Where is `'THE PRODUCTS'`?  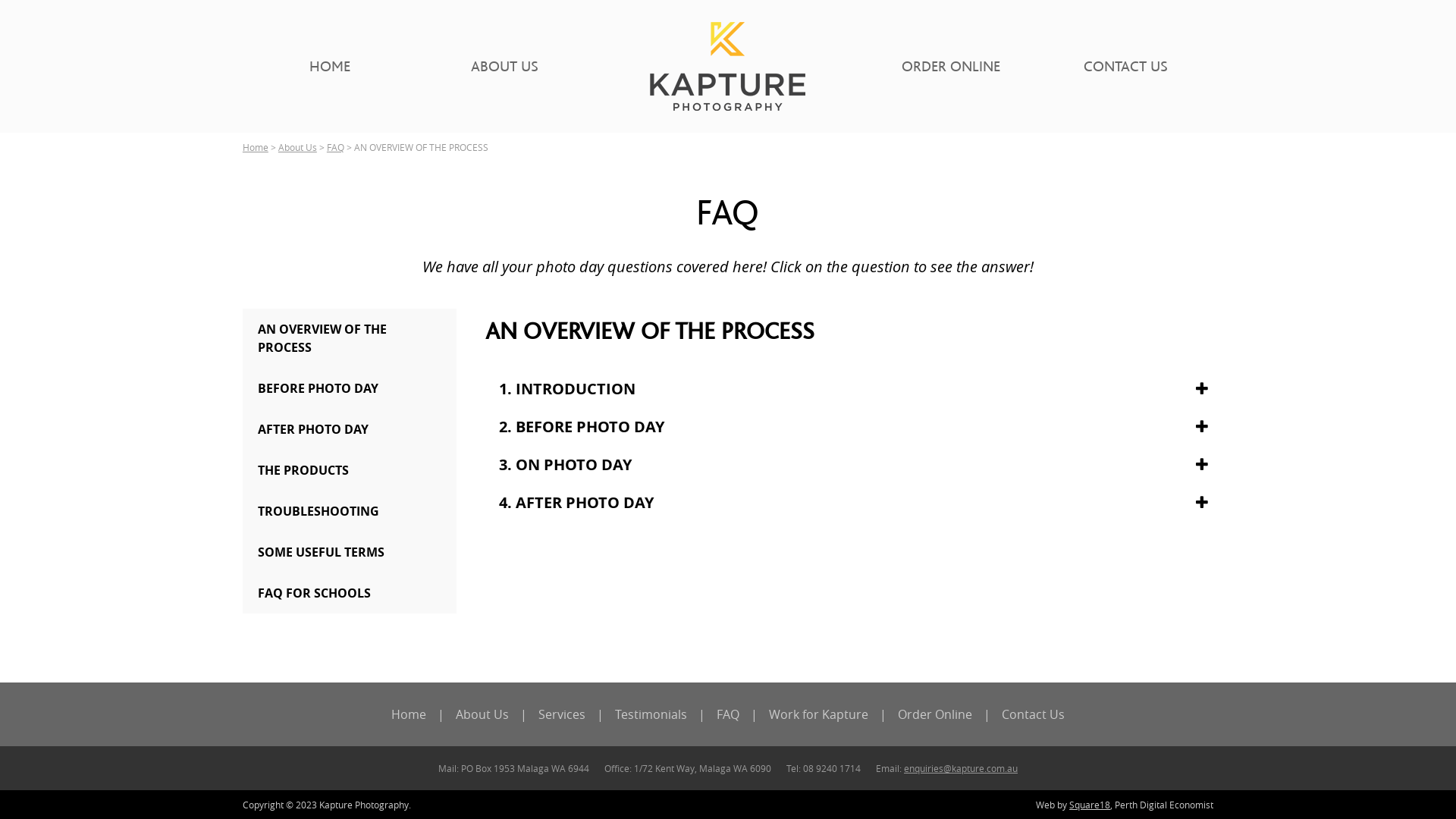 'THE PRODUCTS' is located at coordinates (348, 469).